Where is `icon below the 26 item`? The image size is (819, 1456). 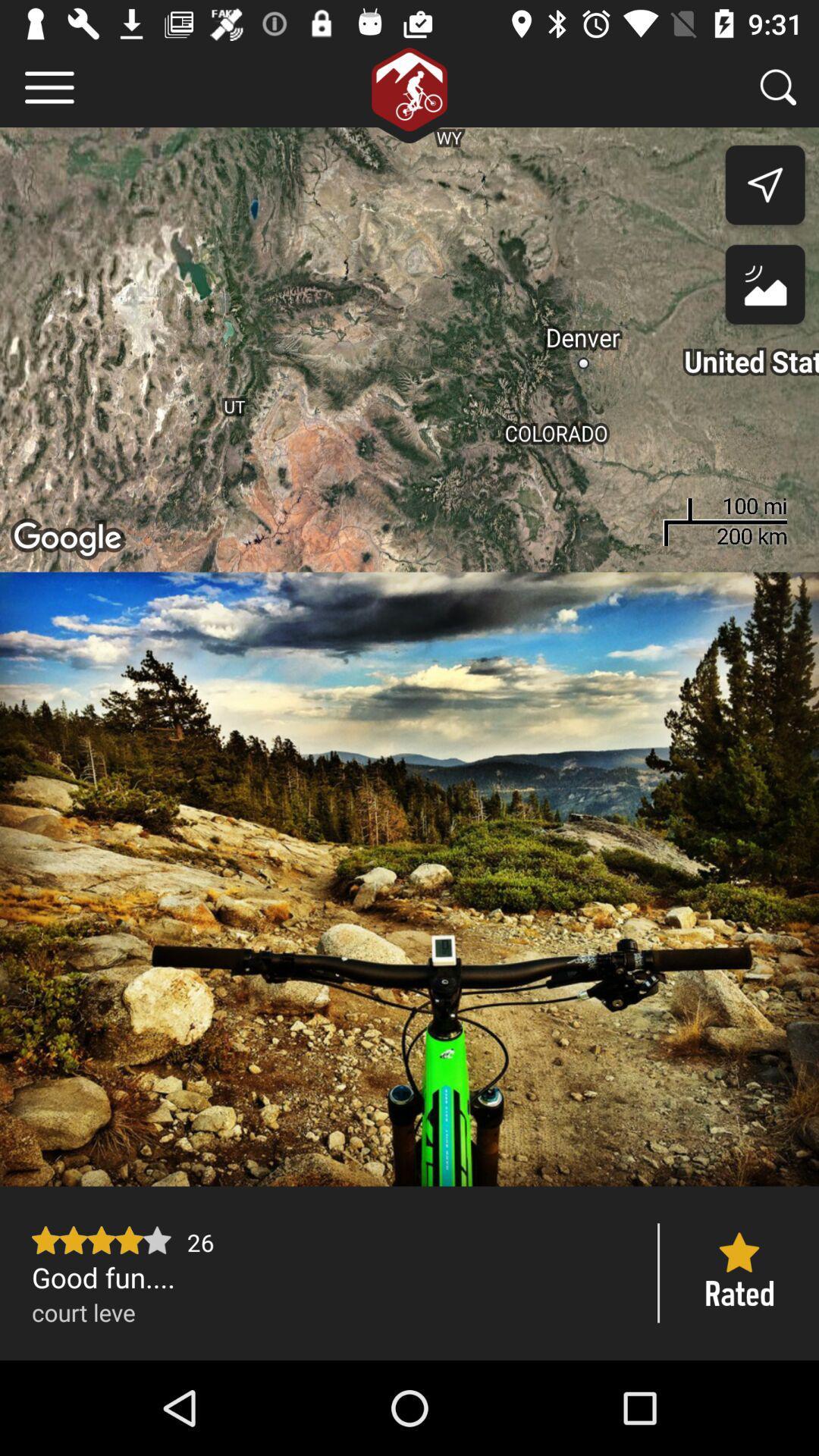
icon below the 26 item is located at coordinates (329, 1276).